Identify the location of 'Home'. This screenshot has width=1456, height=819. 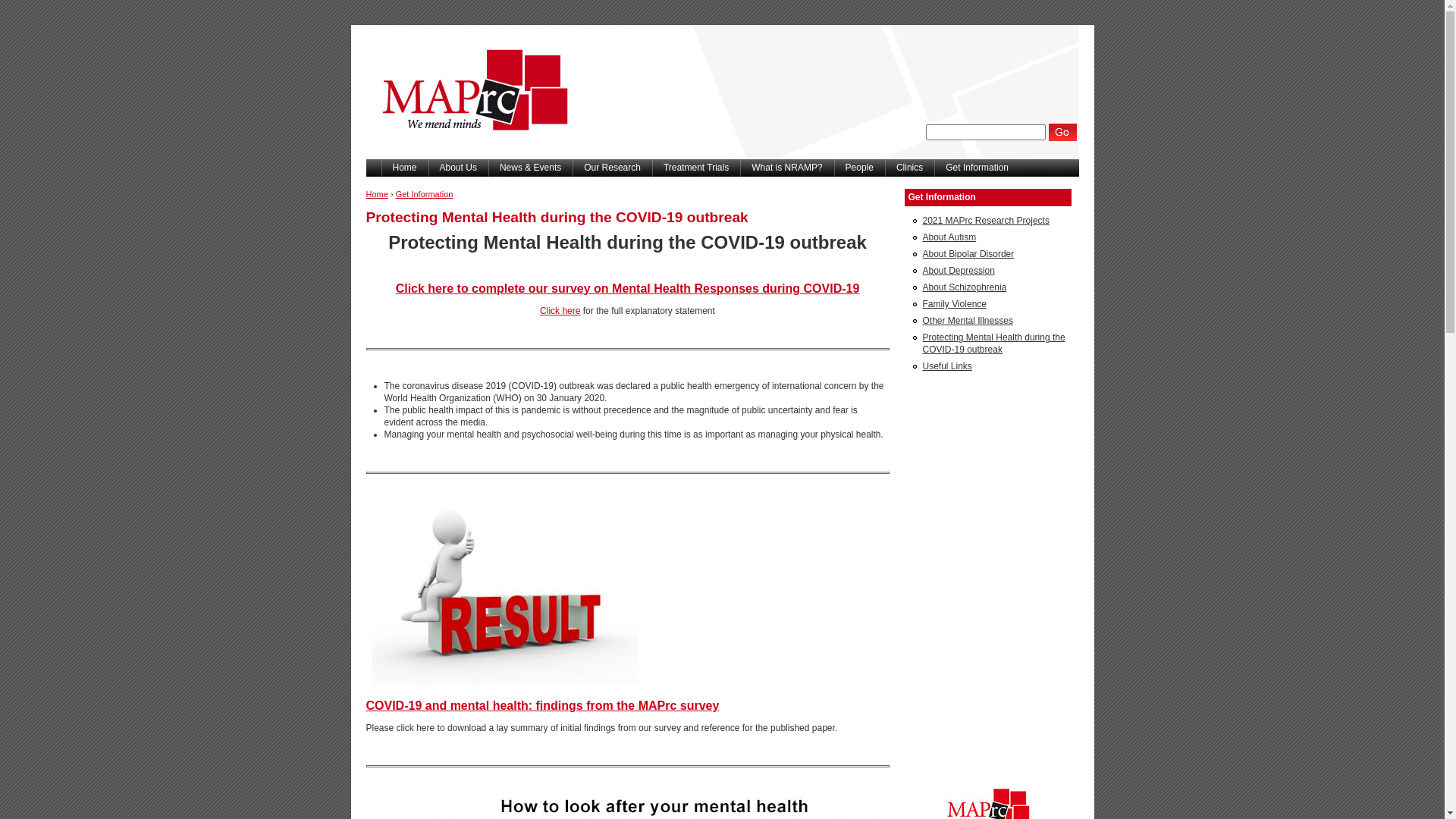
(365, 155).